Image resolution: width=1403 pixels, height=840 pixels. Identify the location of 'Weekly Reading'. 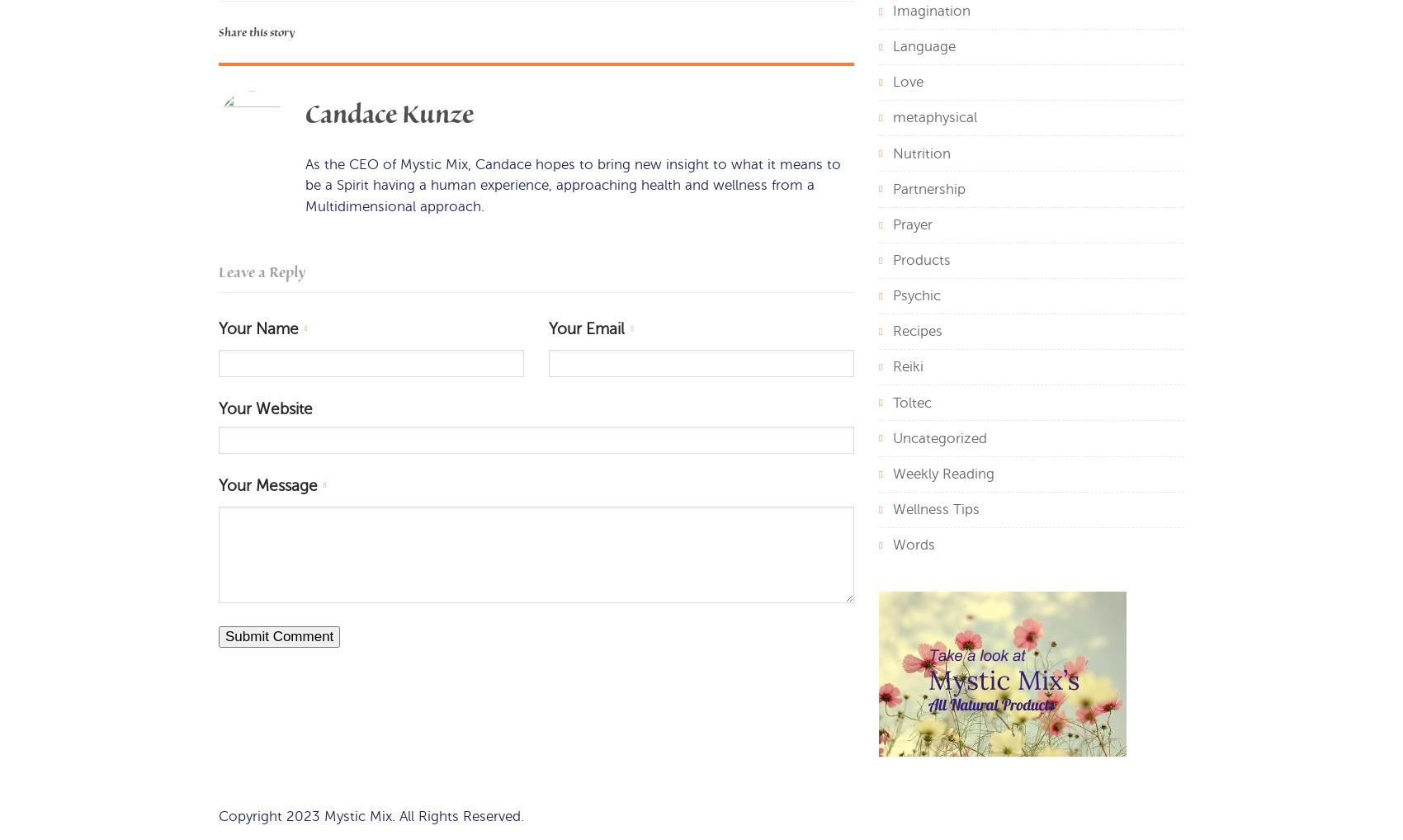
(943, 473).